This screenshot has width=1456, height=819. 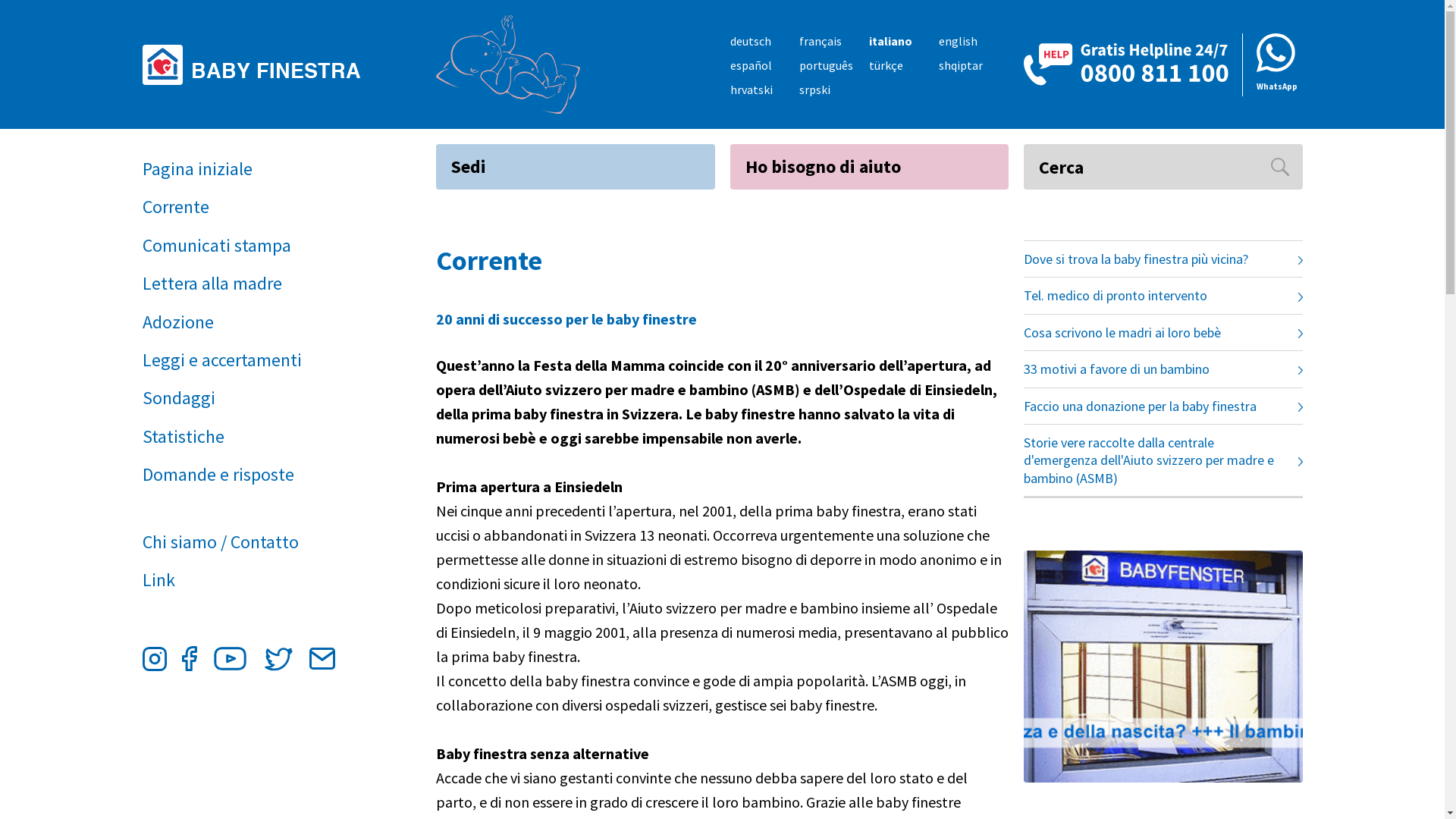 What do you see at coordinates (869, 40) in the screenshot?
I see `'italiano'` at bounding box center [869, 40].